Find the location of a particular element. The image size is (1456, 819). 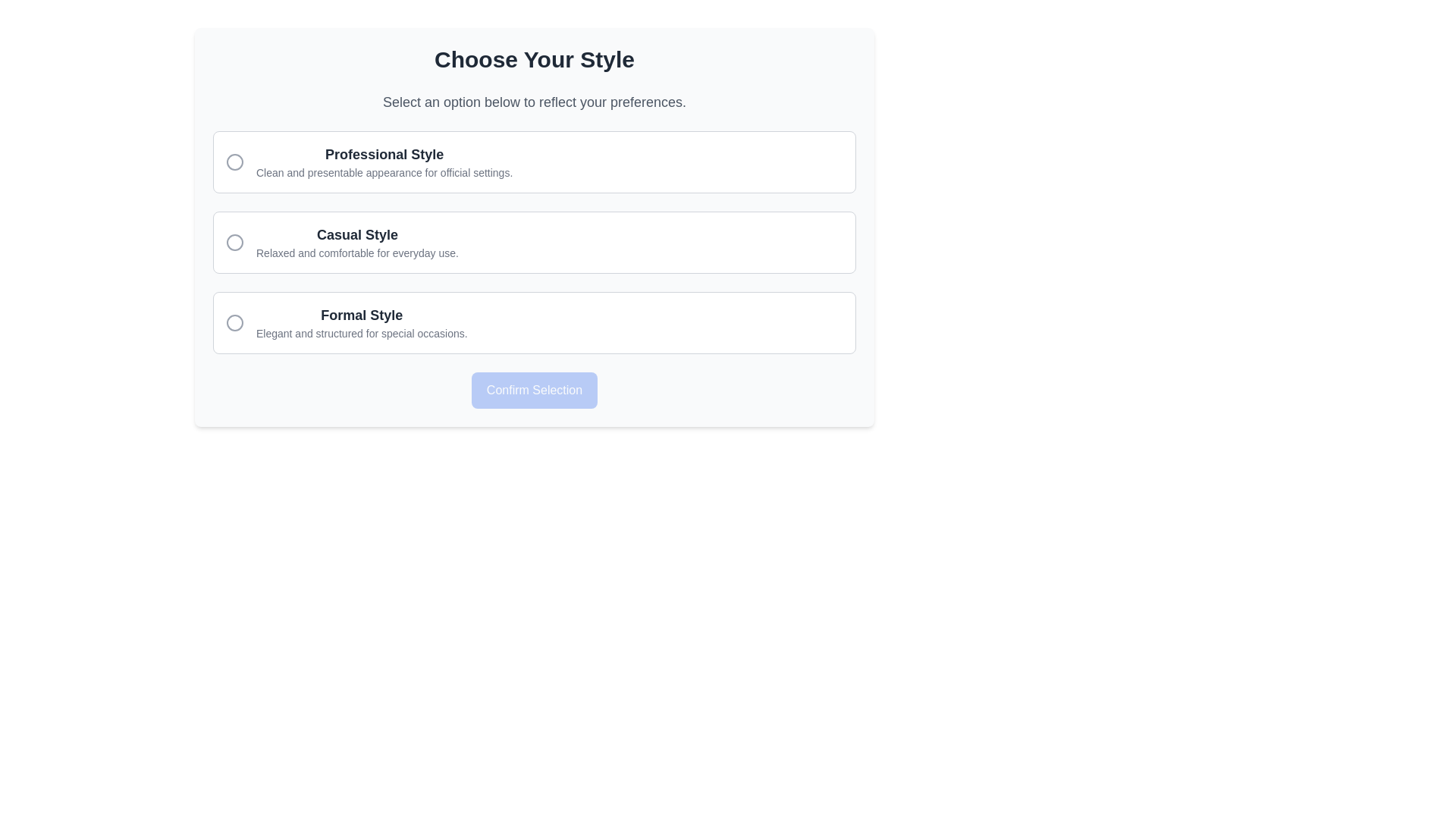

the Text Label providing context for the 'Formal Style' selection, located beneath the bold label within a styled choice card is located at coordinates (361, 332).